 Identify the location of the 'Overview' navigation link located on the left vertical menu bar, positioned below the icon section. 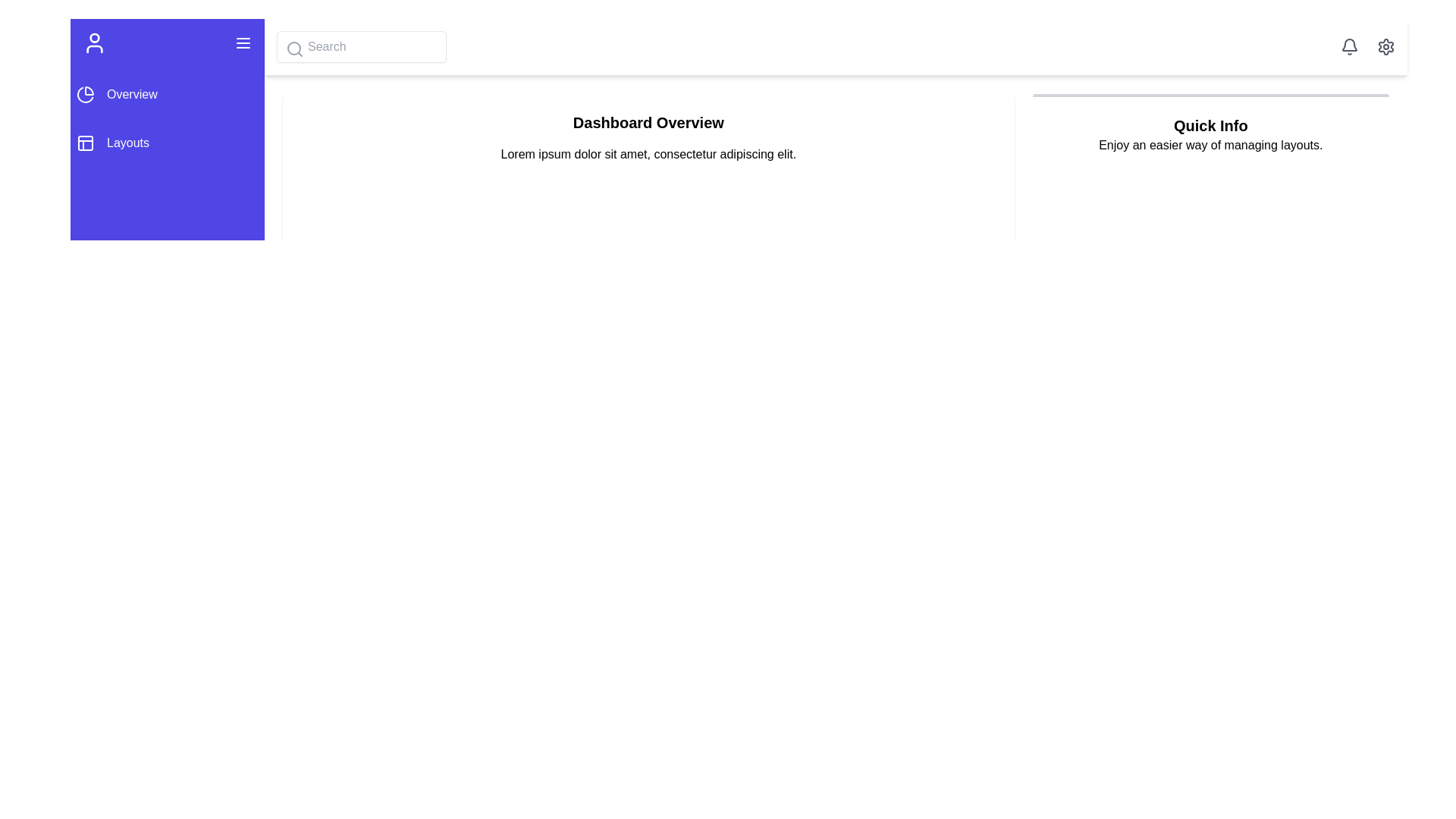
(132, 94).